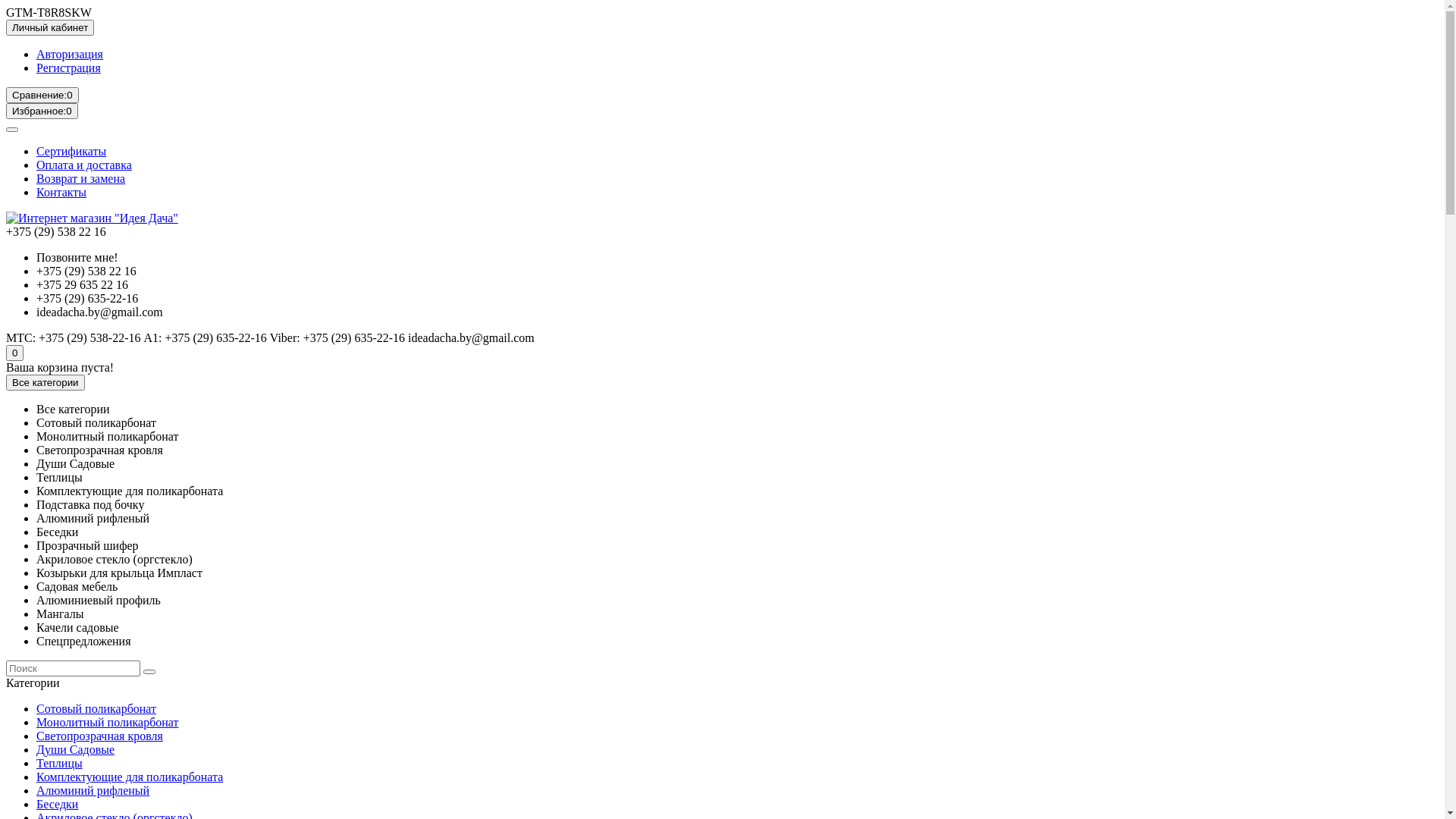 This screenshot has height=819, width=1456. I want to click on 'ideadacha.by@gmail.com', so click(99, 311).